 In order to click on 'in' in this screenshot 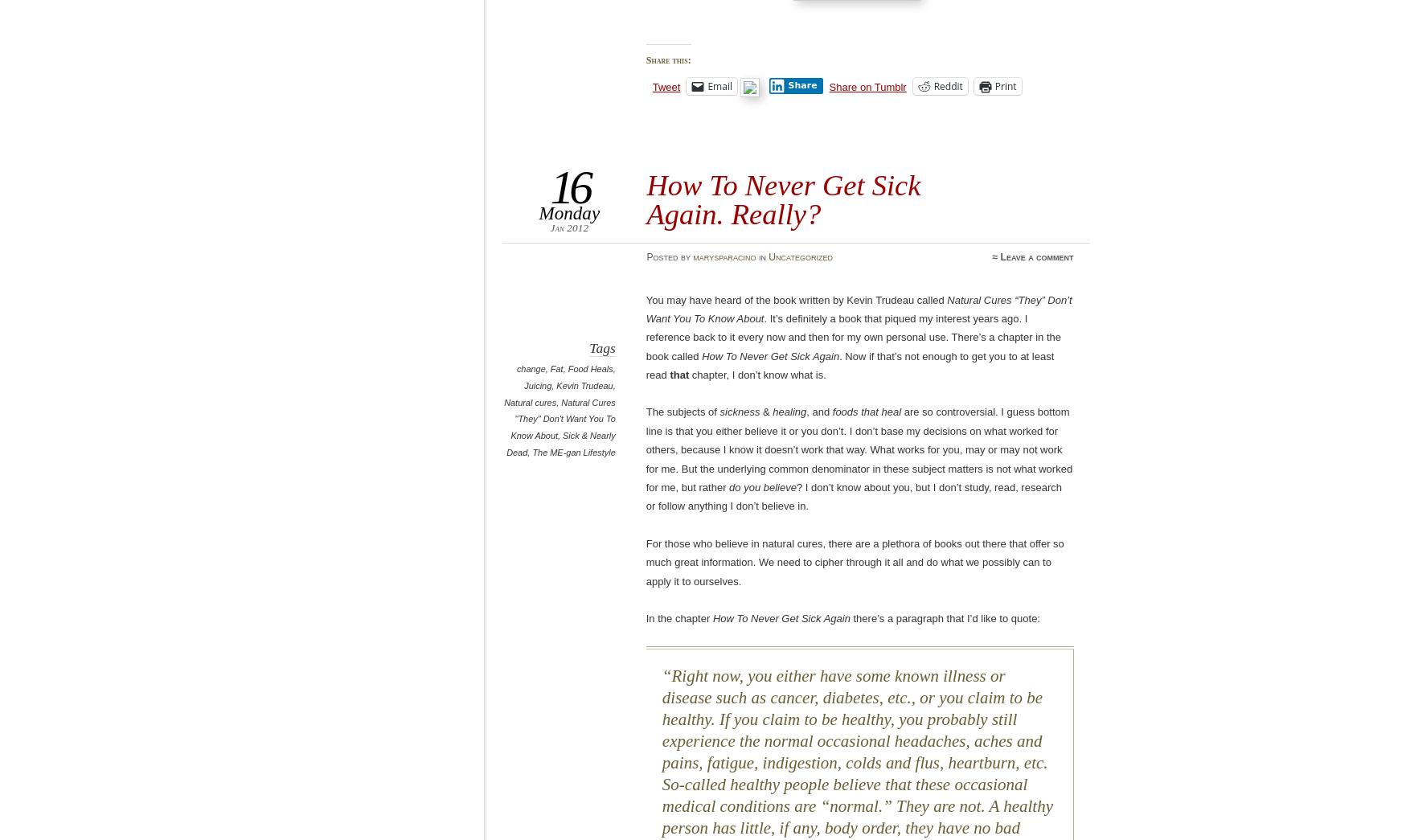, I will do `click(760, 256)`.